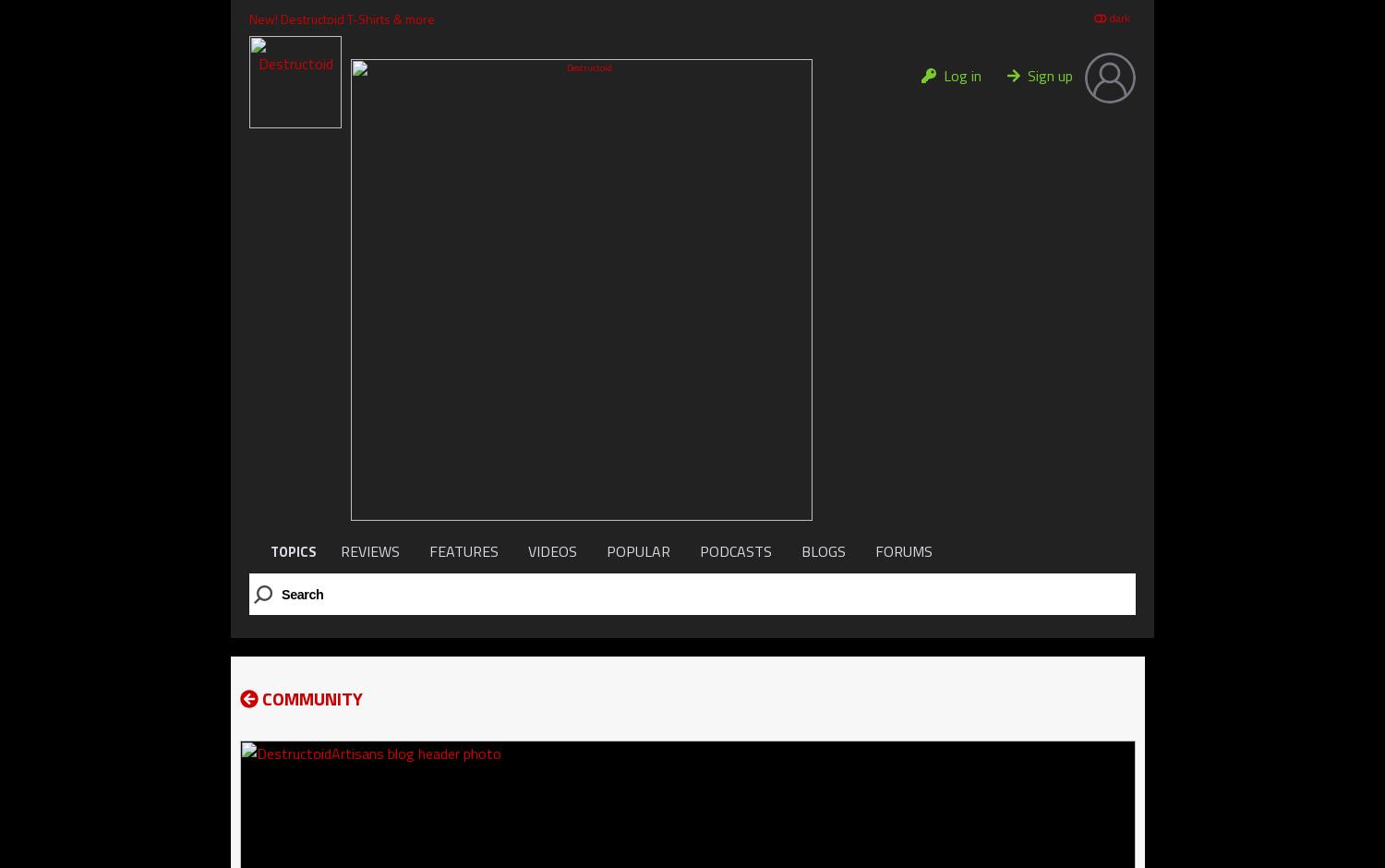 The image size is (1385, 868). What do you see at coordinates (340, 549) in the screenshot?
I see `'REVIEWS'` at bounding box center [340, 549].